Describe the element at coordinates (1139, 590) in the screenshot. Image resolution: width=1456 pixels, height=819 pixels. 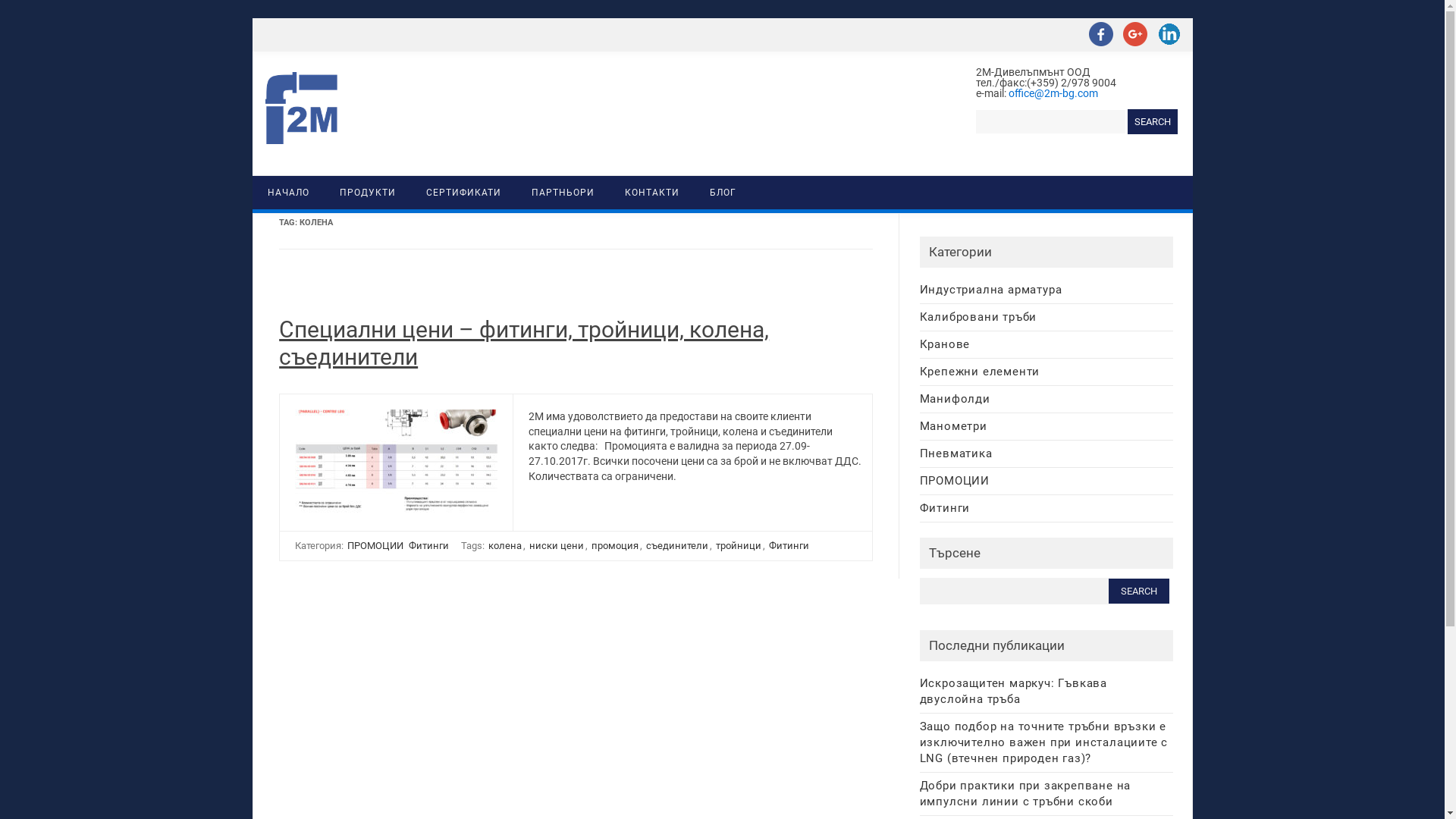
I see `'Search'` at that location.